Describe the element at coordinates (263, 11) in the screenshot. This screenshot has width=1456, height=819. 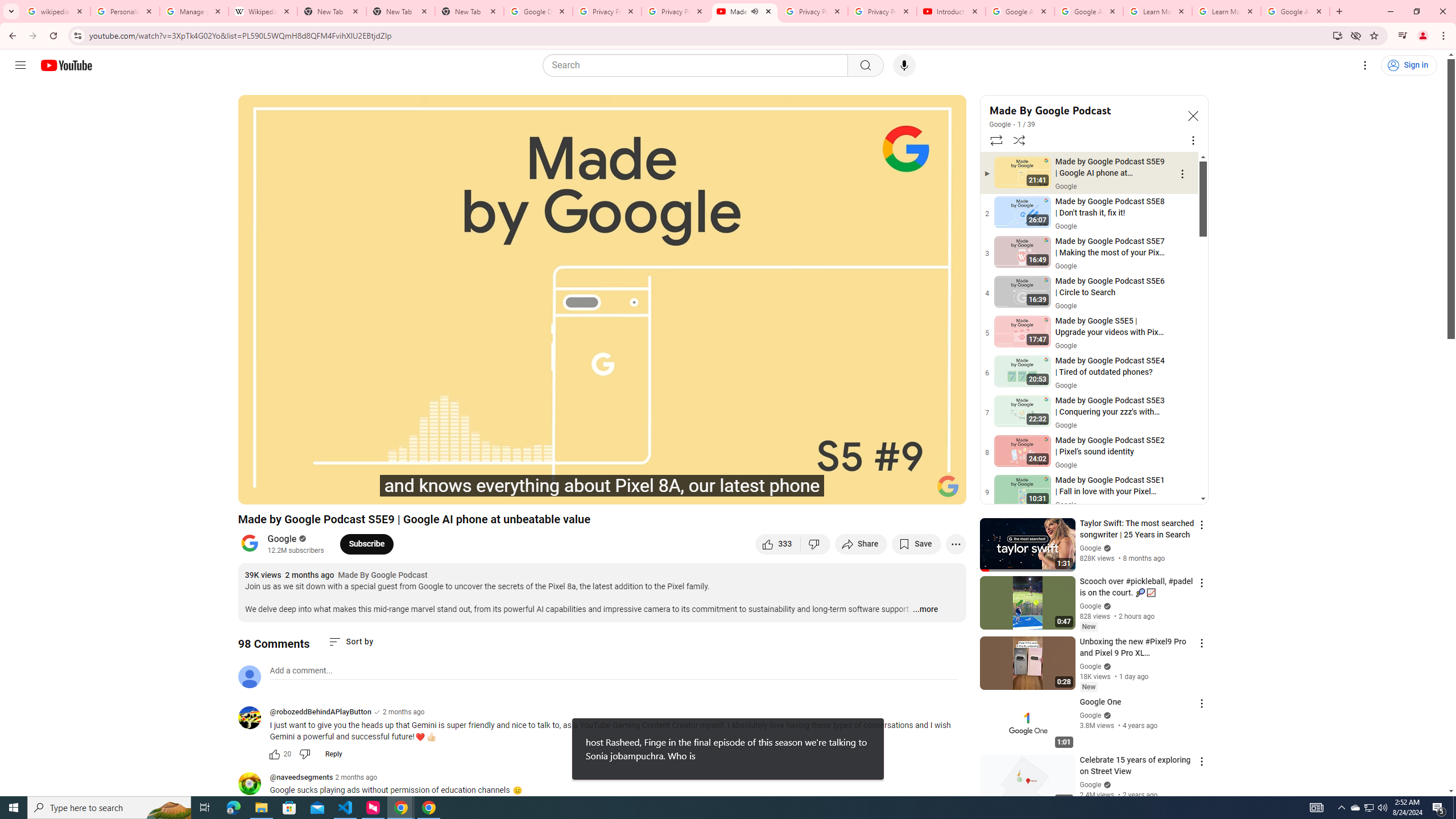
I see `'Wikipedia:Edit requests - Wikipedia'` at that location.